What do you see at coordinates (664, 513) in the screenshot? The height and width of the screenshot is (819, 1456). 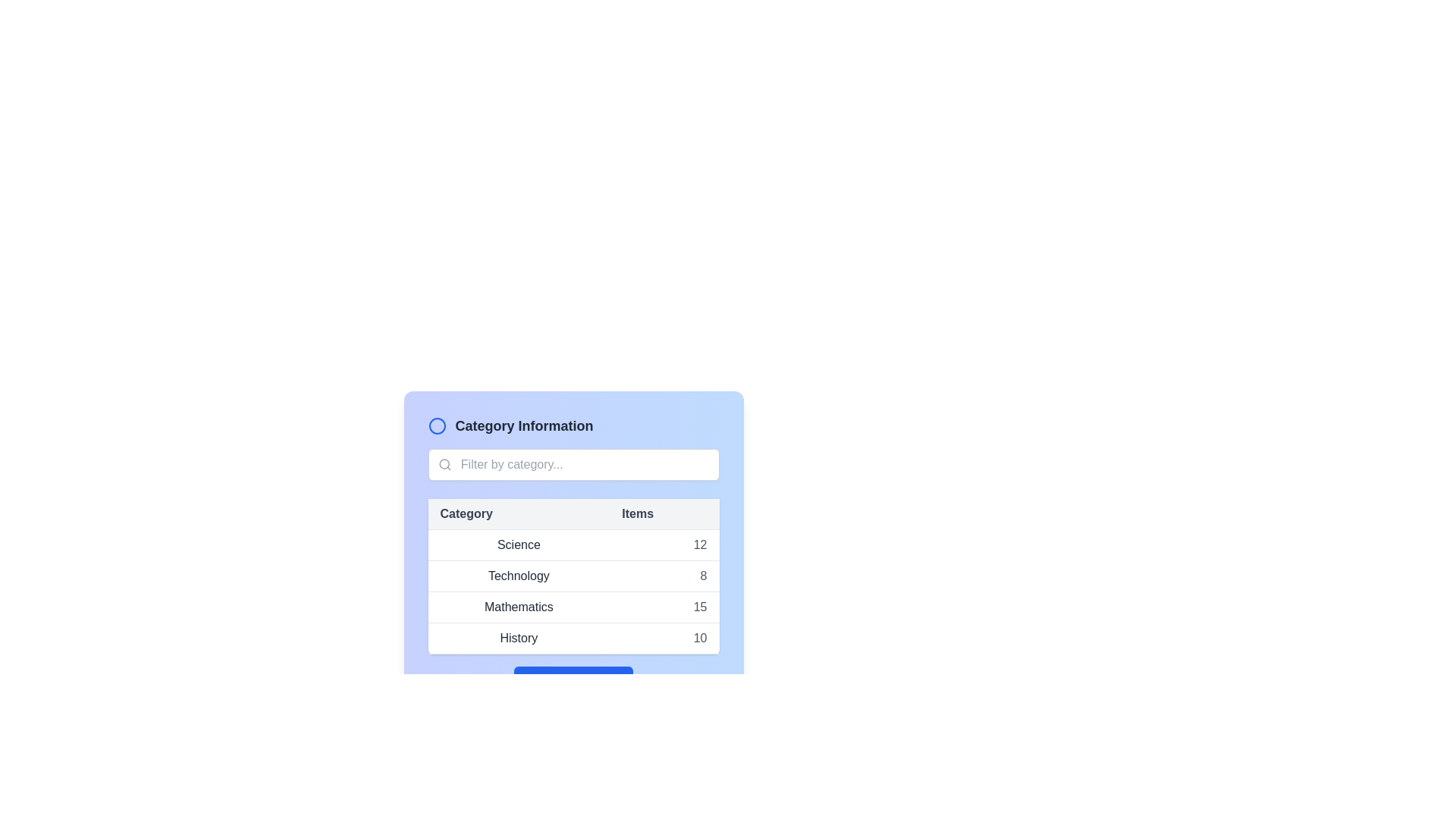 I see `the Table Header Cell that labels the second column of the table, located to the right of the 'Category' header` at bounding box center [664, 513].